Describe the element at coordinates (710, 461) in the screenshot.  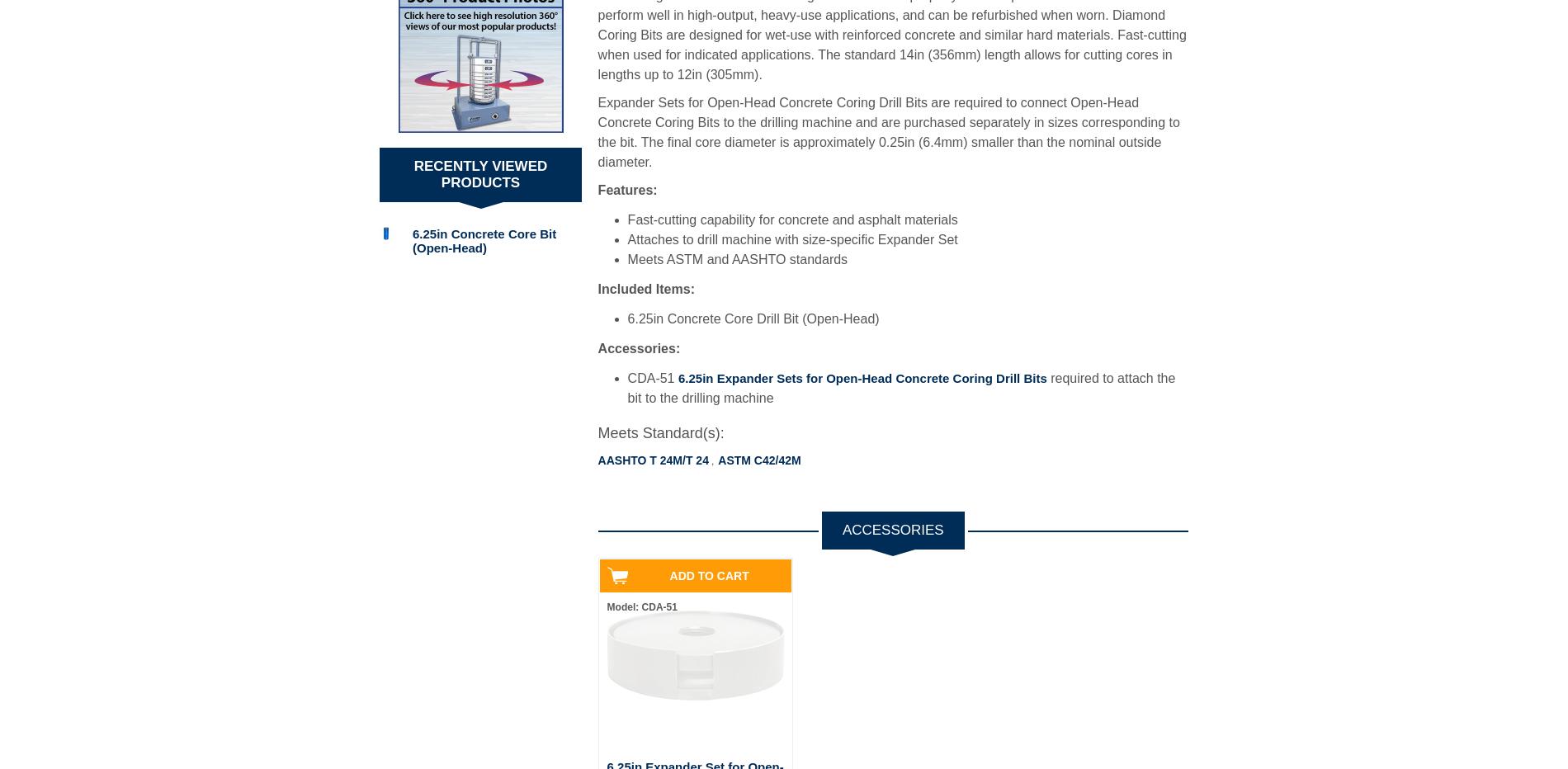
I see `','` at that location.